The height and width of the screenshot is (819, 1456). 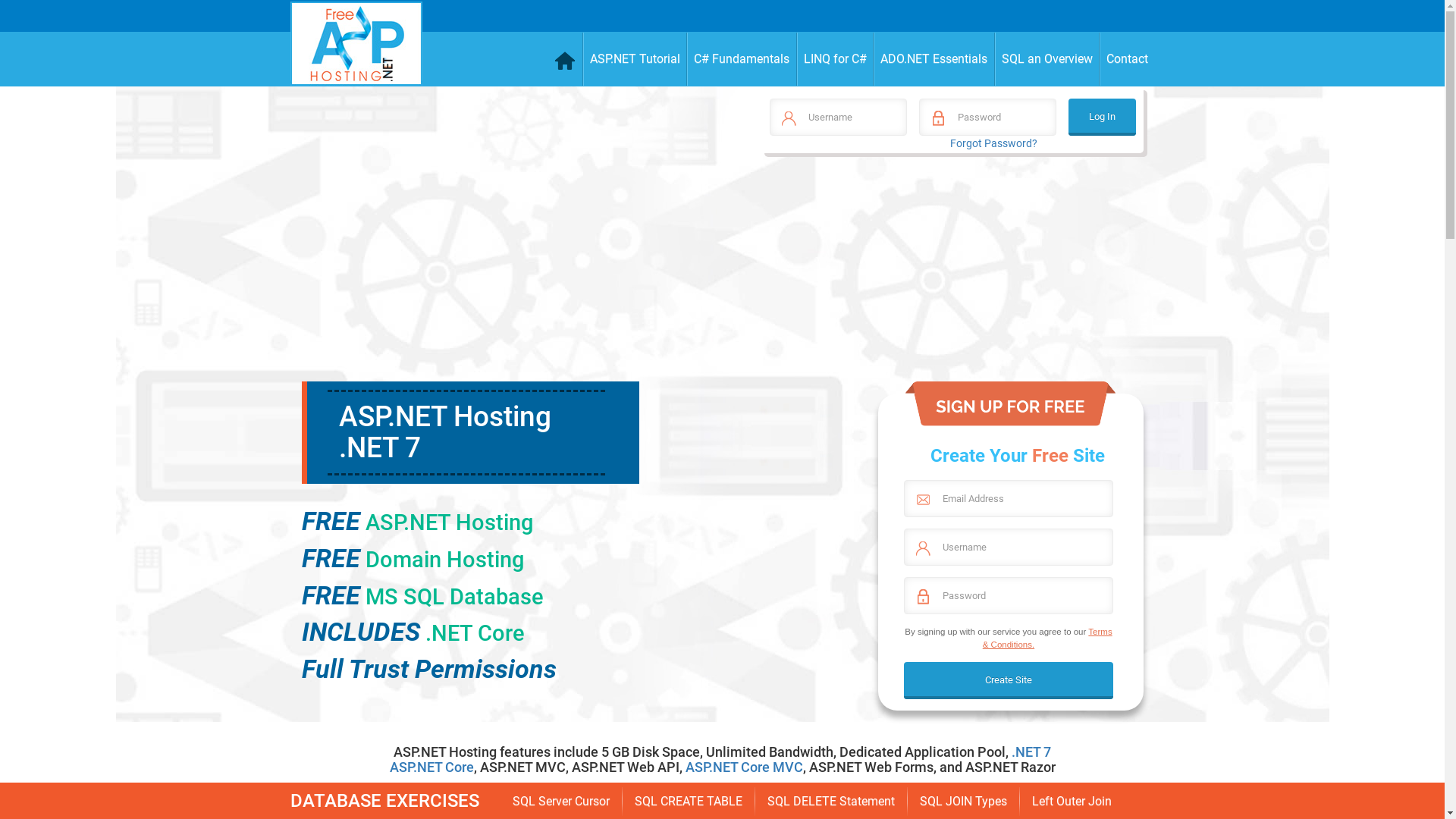 What do you see at coordinates (833, 58) in the screenshot?
I see `'LINQ for C#'` at bounding box center [833, 58].